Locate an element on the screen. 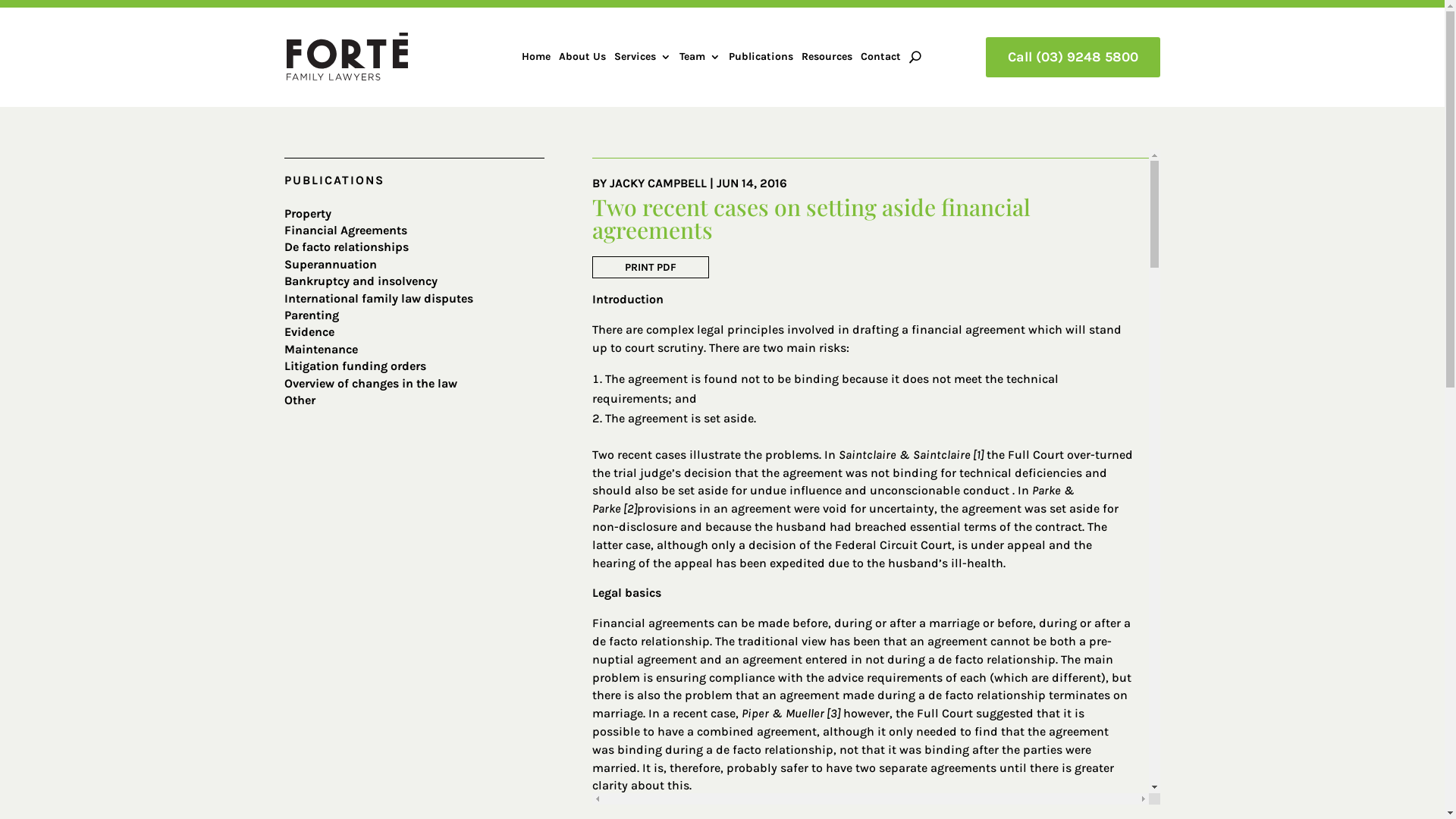 This screenshot has height=819, width=1456. 'Superannuation' is located at coordinates (284, 263).